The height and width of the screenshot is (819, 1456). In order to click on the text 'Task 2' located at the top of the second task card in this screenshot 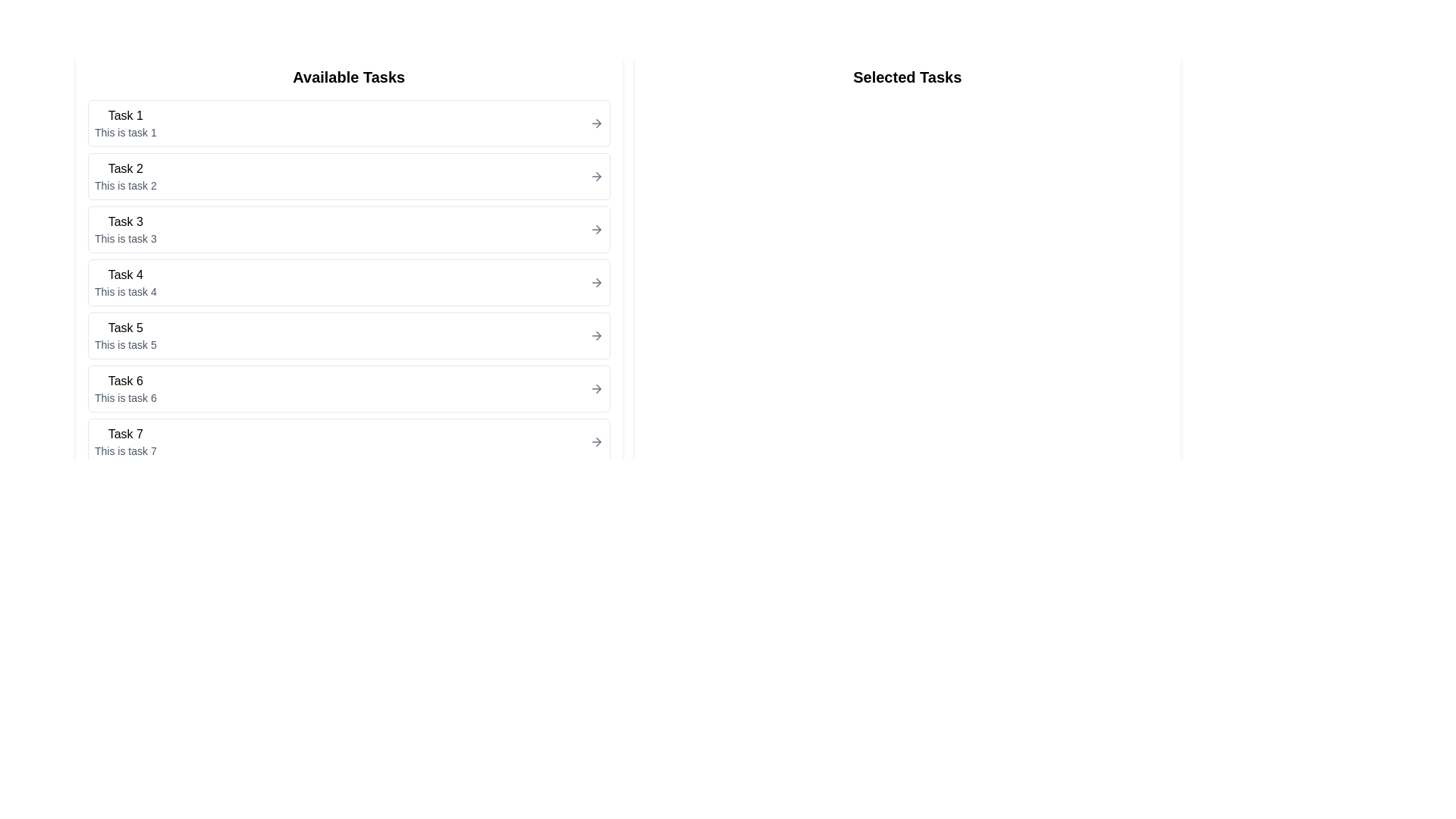, I will do `click(125, 169)`.